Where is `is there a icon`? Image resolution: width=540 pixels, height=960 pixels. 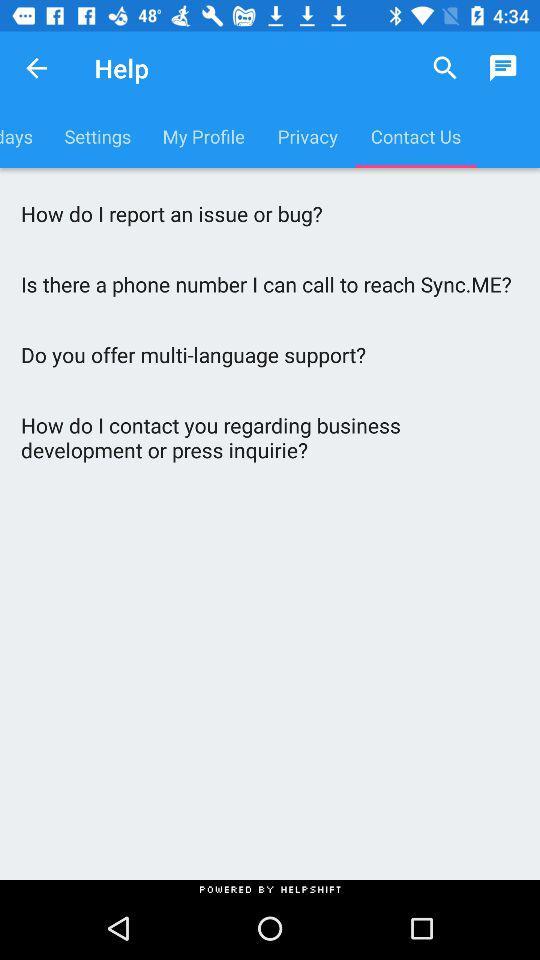 is there a icon is located at coordinates (270, 283).